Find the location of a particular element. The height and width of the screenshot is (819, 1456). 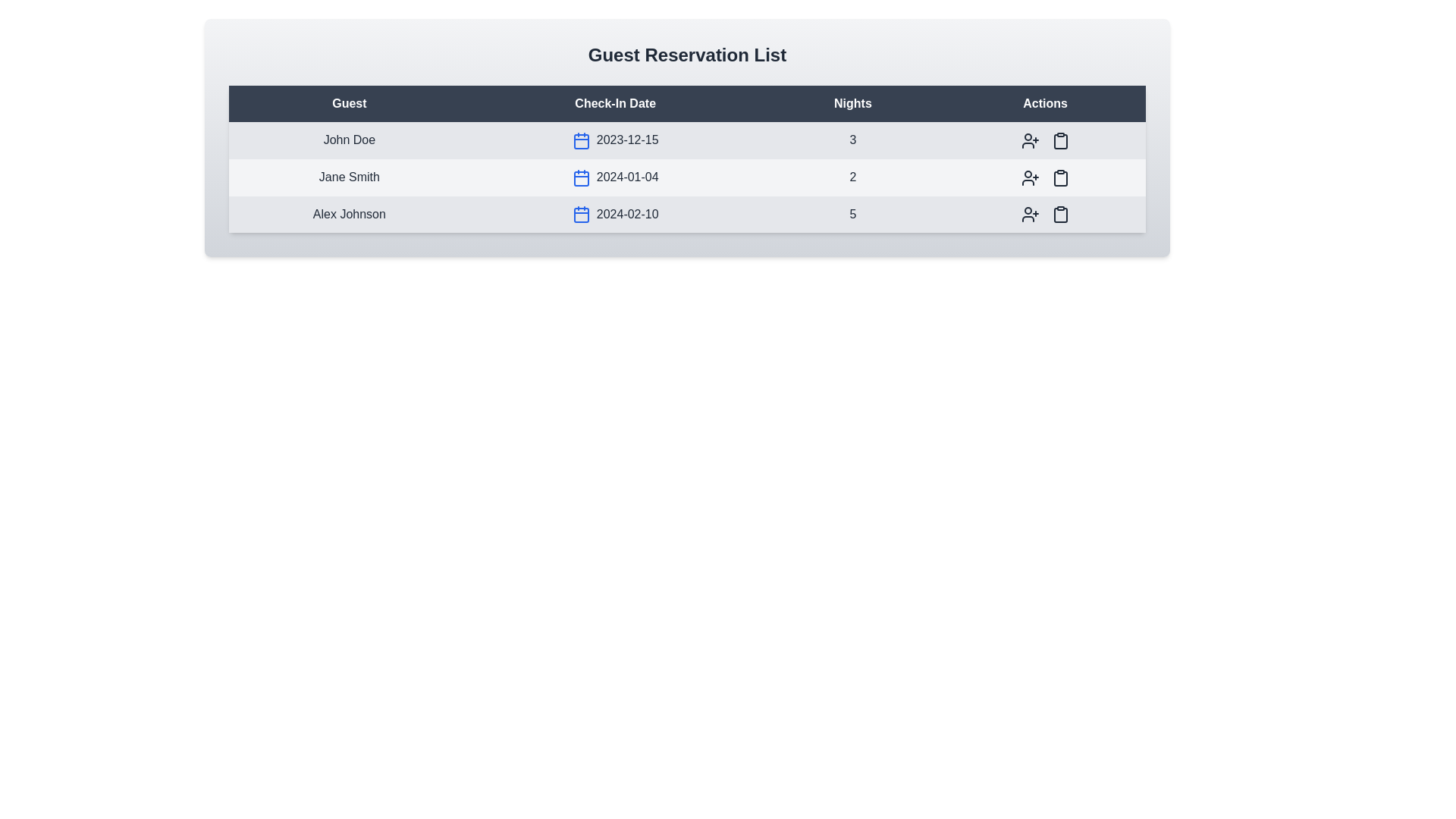

the table cell displaying the number '5' in bold, centered style, located in the third row under the 'Nights' column and in line with the 'Alex Johnson' row is located at coordinates (852, 214).